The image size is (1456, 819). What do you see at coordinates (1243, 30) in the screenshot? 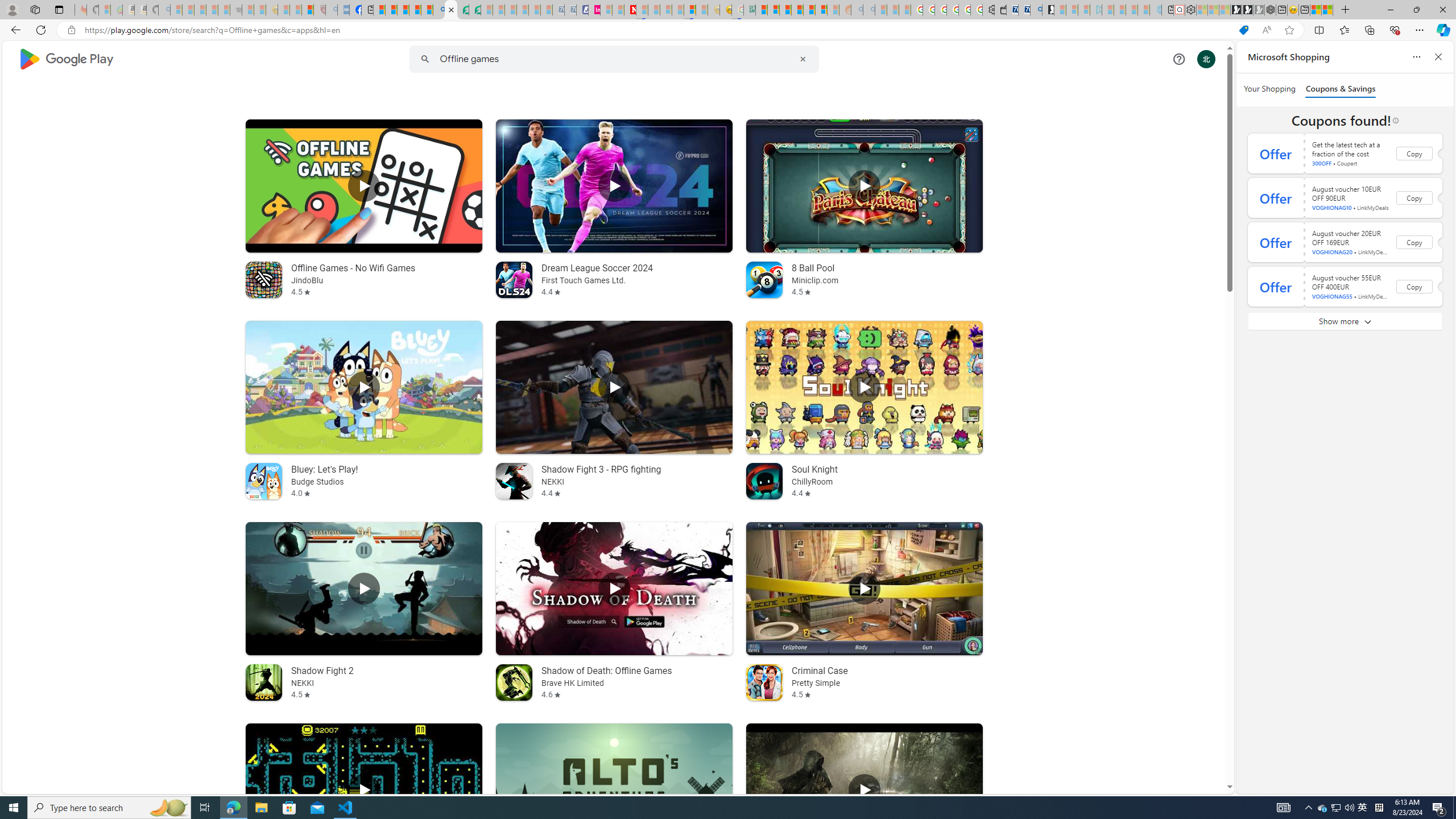
I see `'This site has coupons! Shopping in Microsoft Edge'` at bounding box center [1243, 30].